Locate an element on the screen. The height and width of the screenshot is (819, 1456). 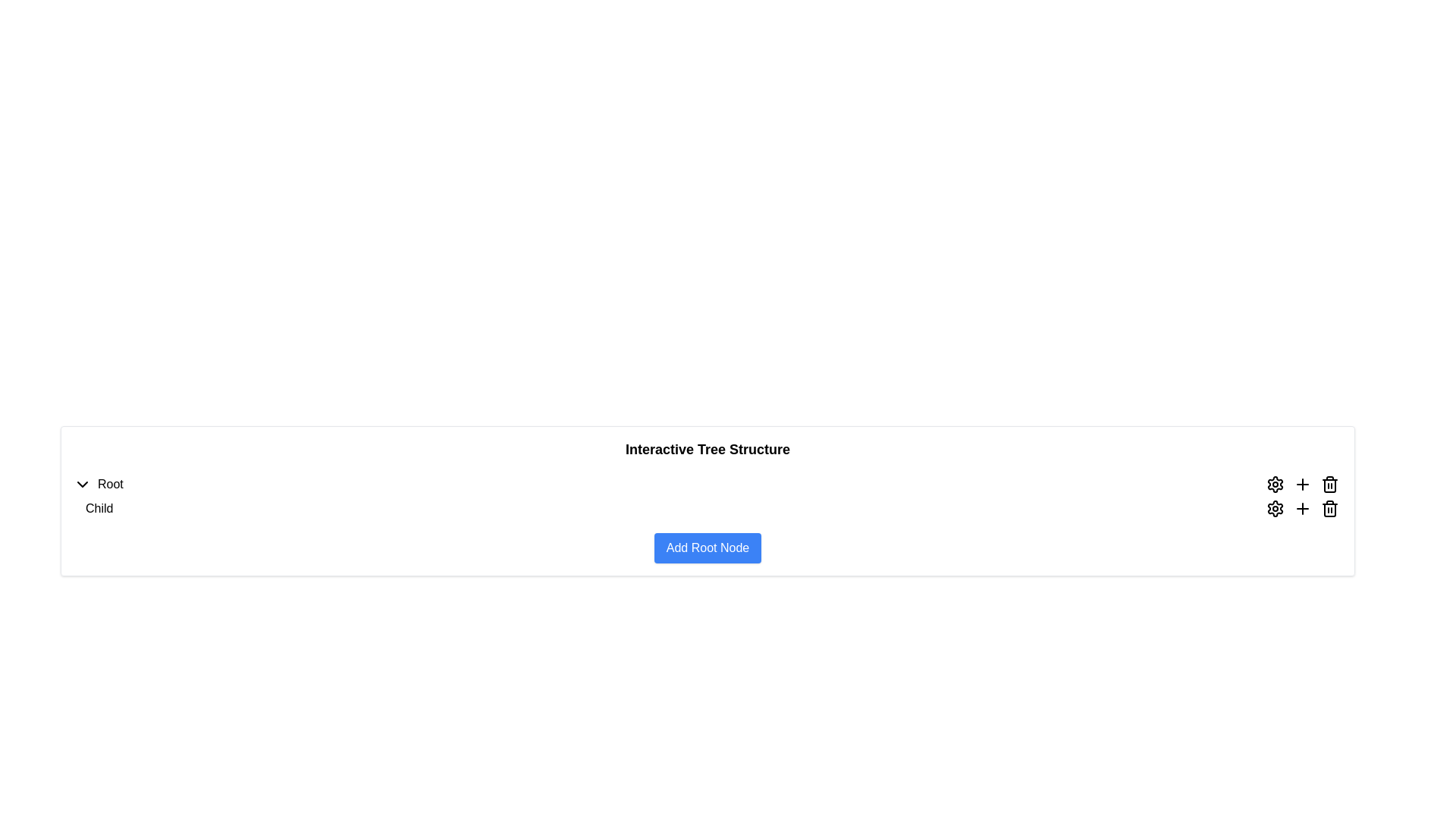
the cogwheel icon in the lower-right corner of the interface is located at coordinates (1274, 485).